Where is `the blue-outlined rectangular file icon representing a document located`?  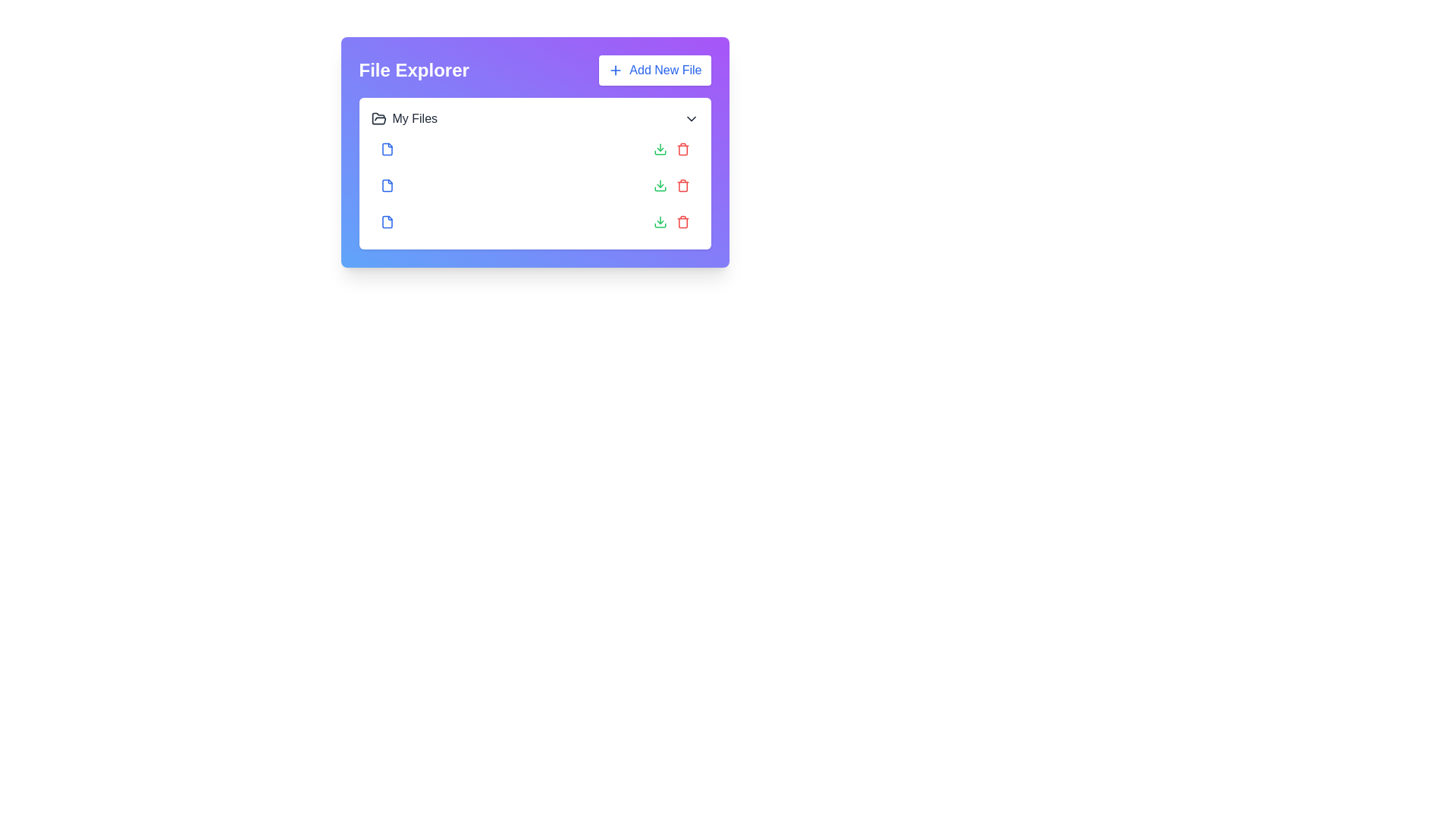
the blue-outlined rectangular file icon representing a document located is located at coordinates (387, 222).